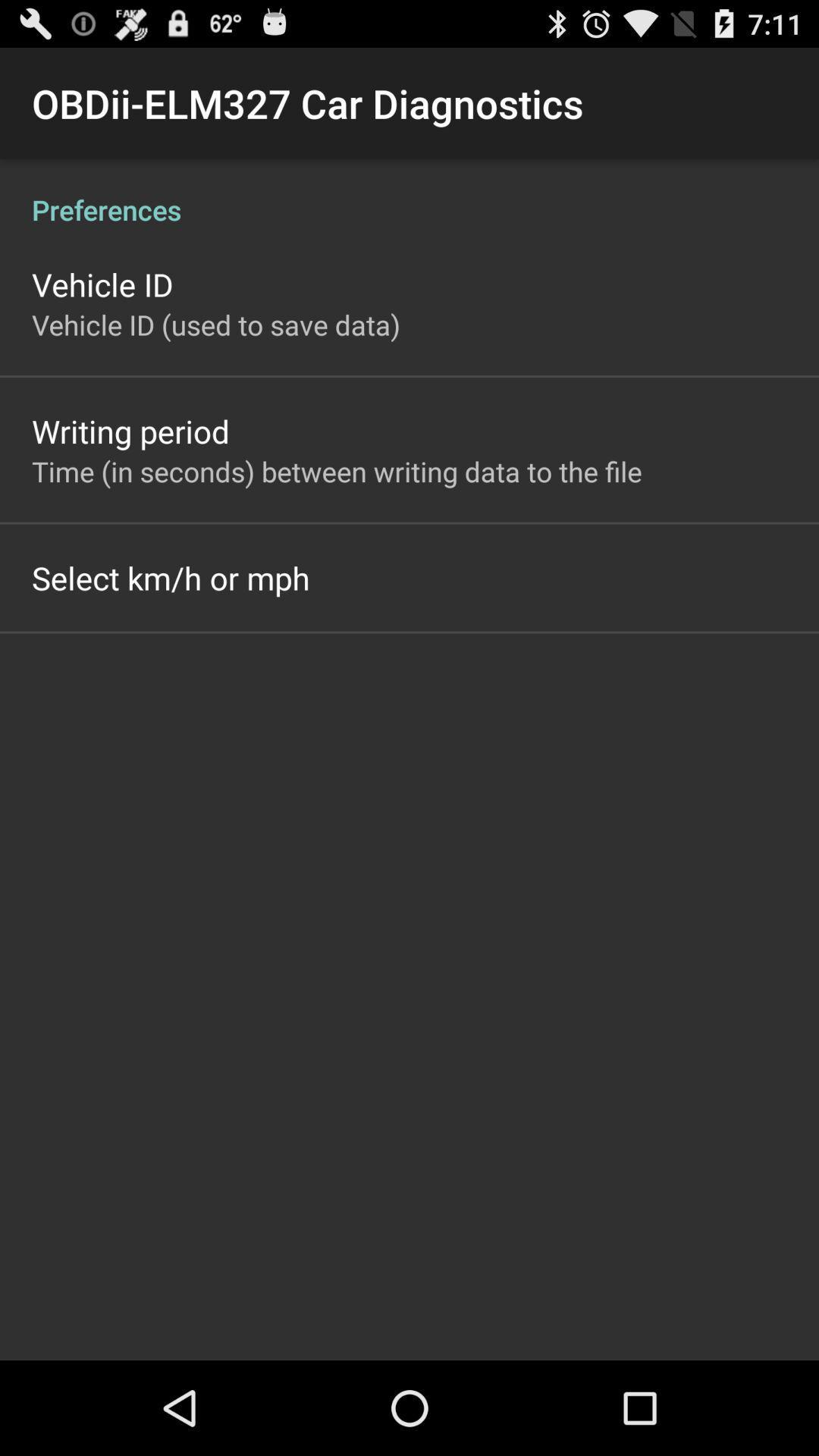  I want to click on select km h item, so click(171, 577).